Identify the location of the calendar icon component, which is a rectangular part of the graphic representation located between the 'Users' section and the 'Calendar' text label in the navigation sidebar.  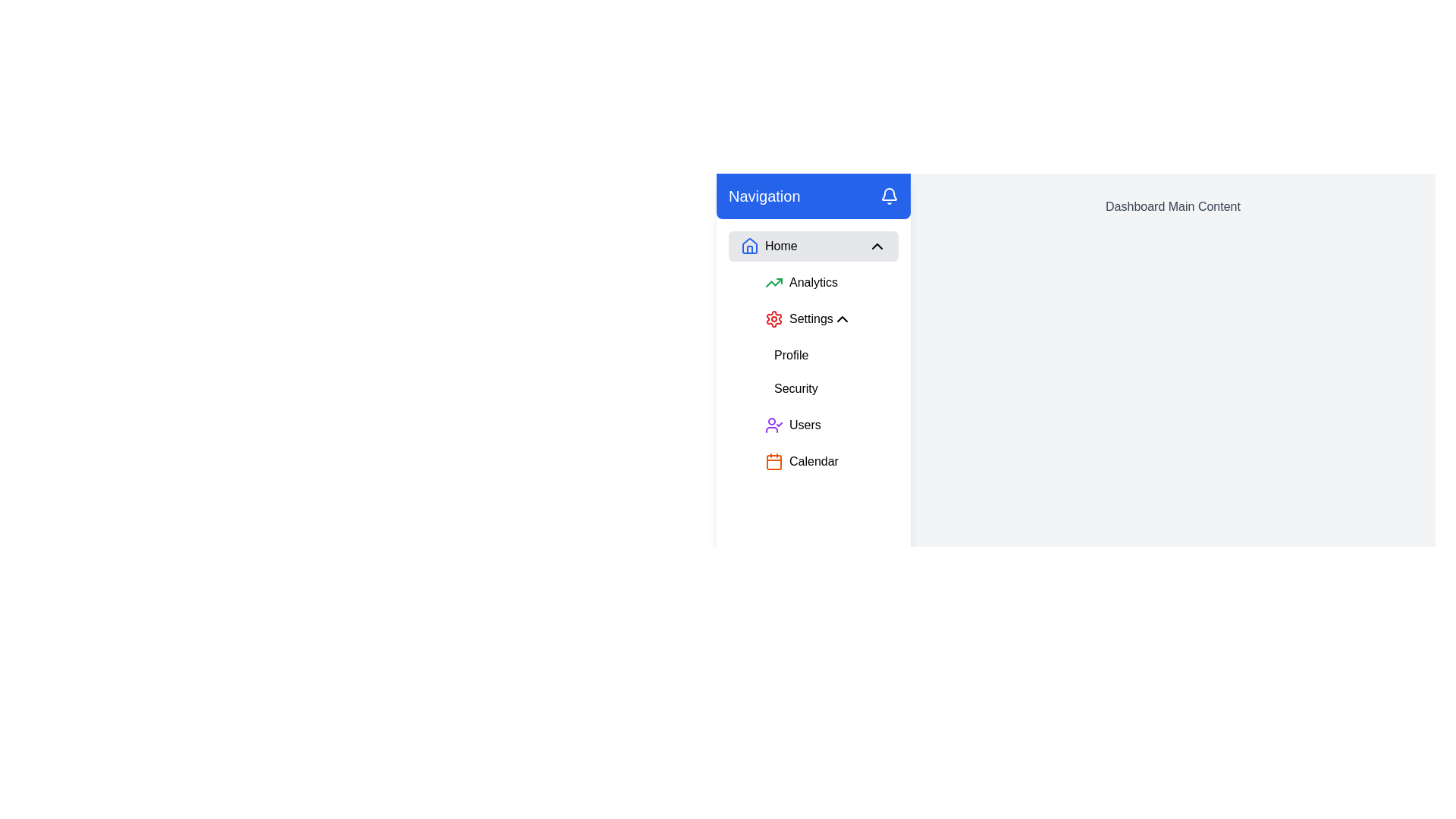
(774, 461).